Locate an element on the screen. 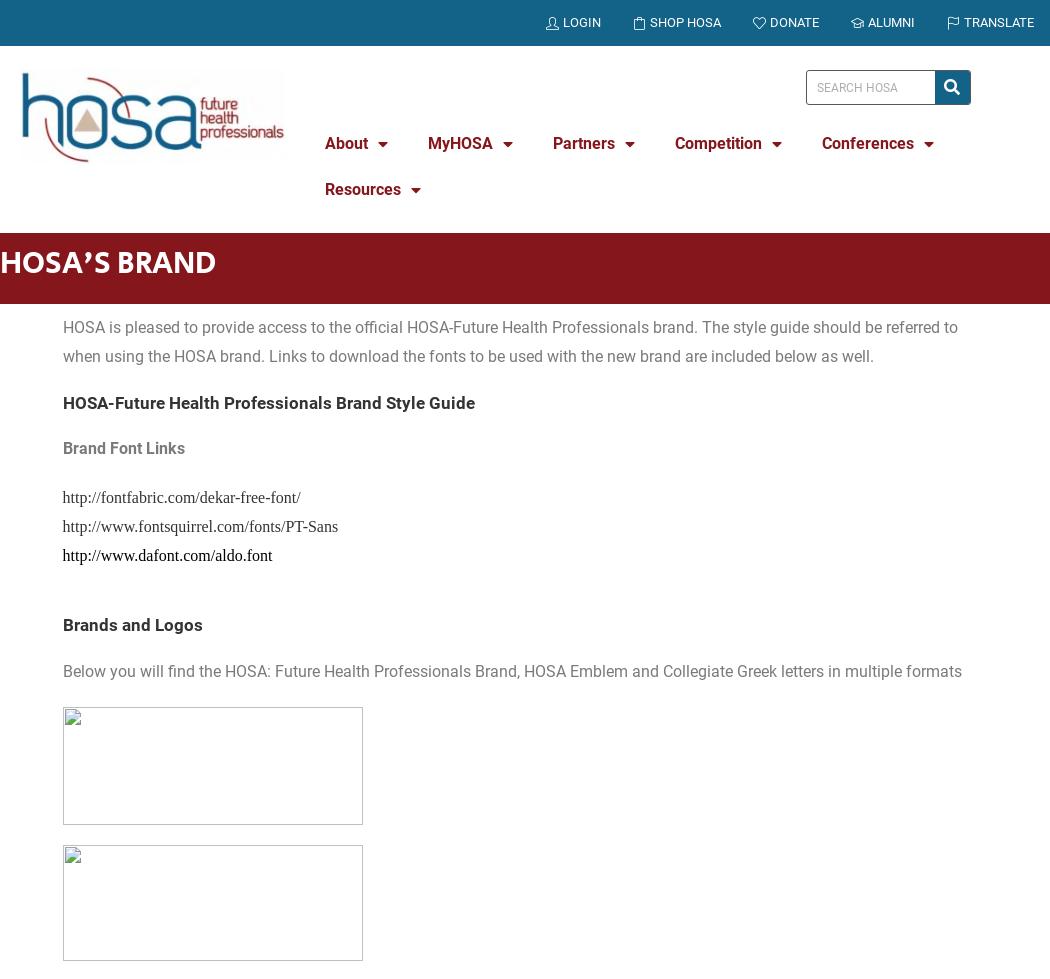  'Resources' is located at coordinates (361, 189).